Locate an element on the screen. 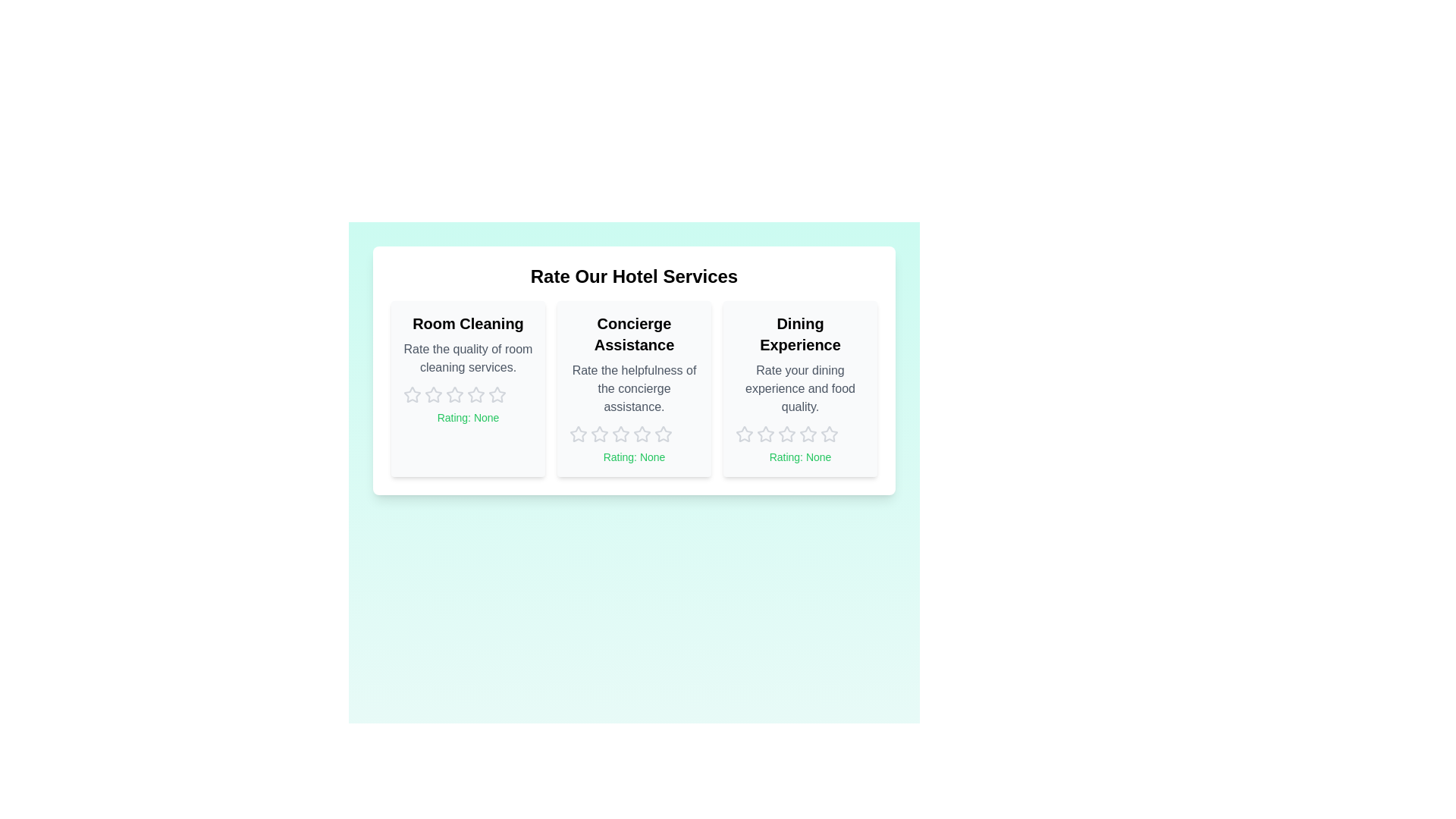  the rating for 'Room Cleaning' to 2 stars is located at coordinates (432, 394).